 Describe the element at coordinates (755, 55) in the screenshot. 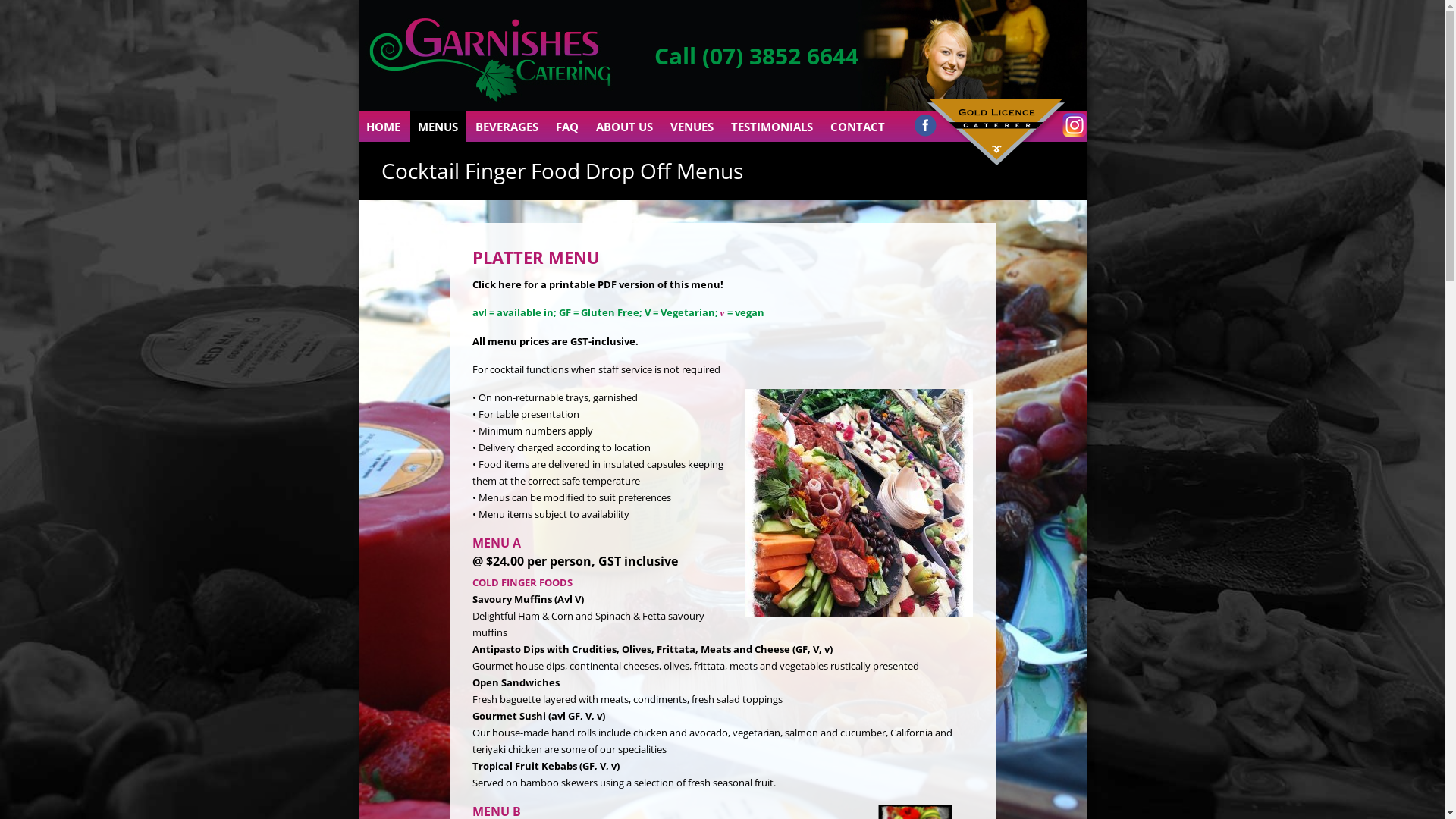

I see `'Call (07) 3852 6644'` at that location.